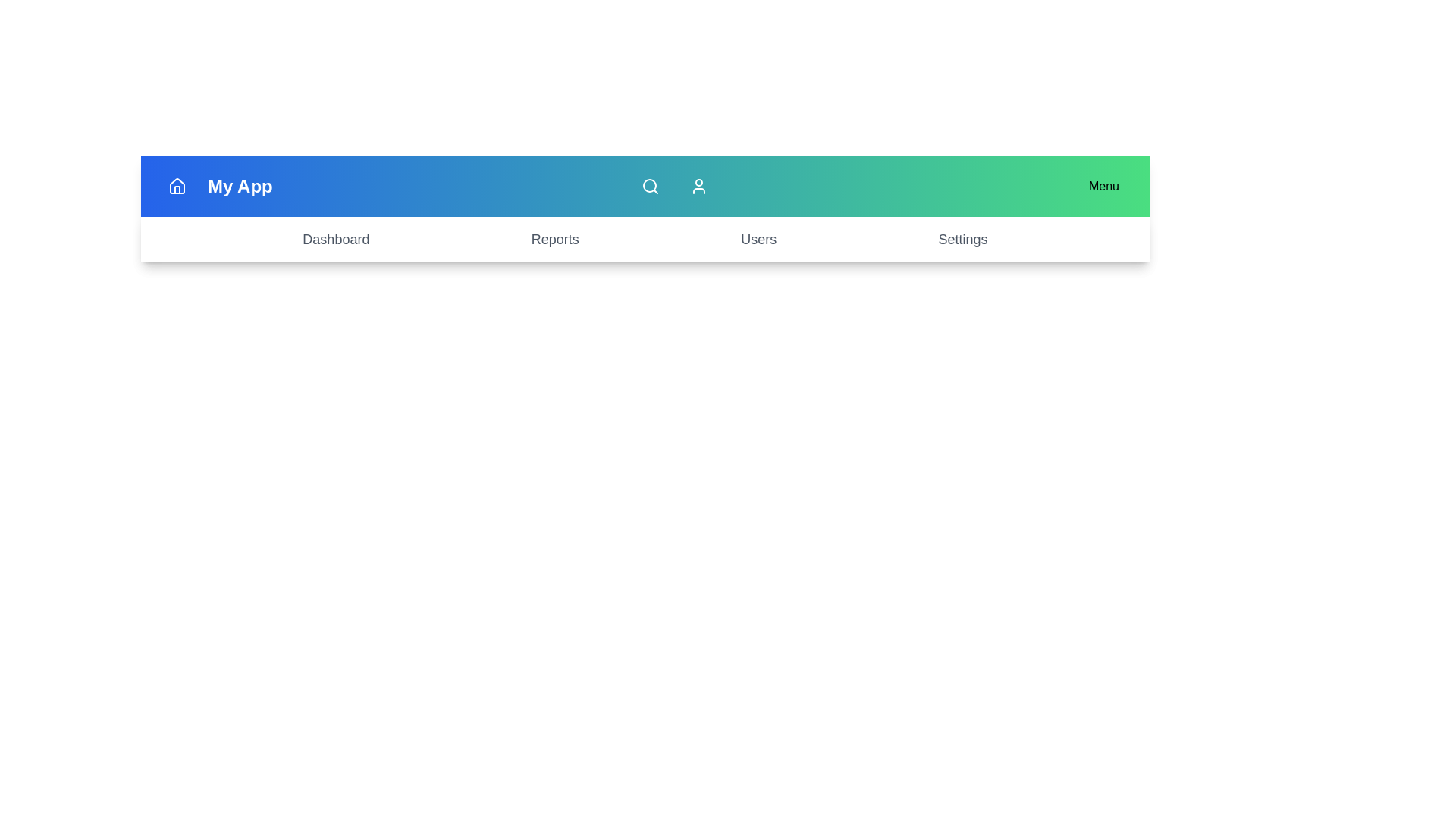  Describe the element at coordinates (962, 239) in the screenshot. I see `the menu item Settings from the navigation bar` at that location.